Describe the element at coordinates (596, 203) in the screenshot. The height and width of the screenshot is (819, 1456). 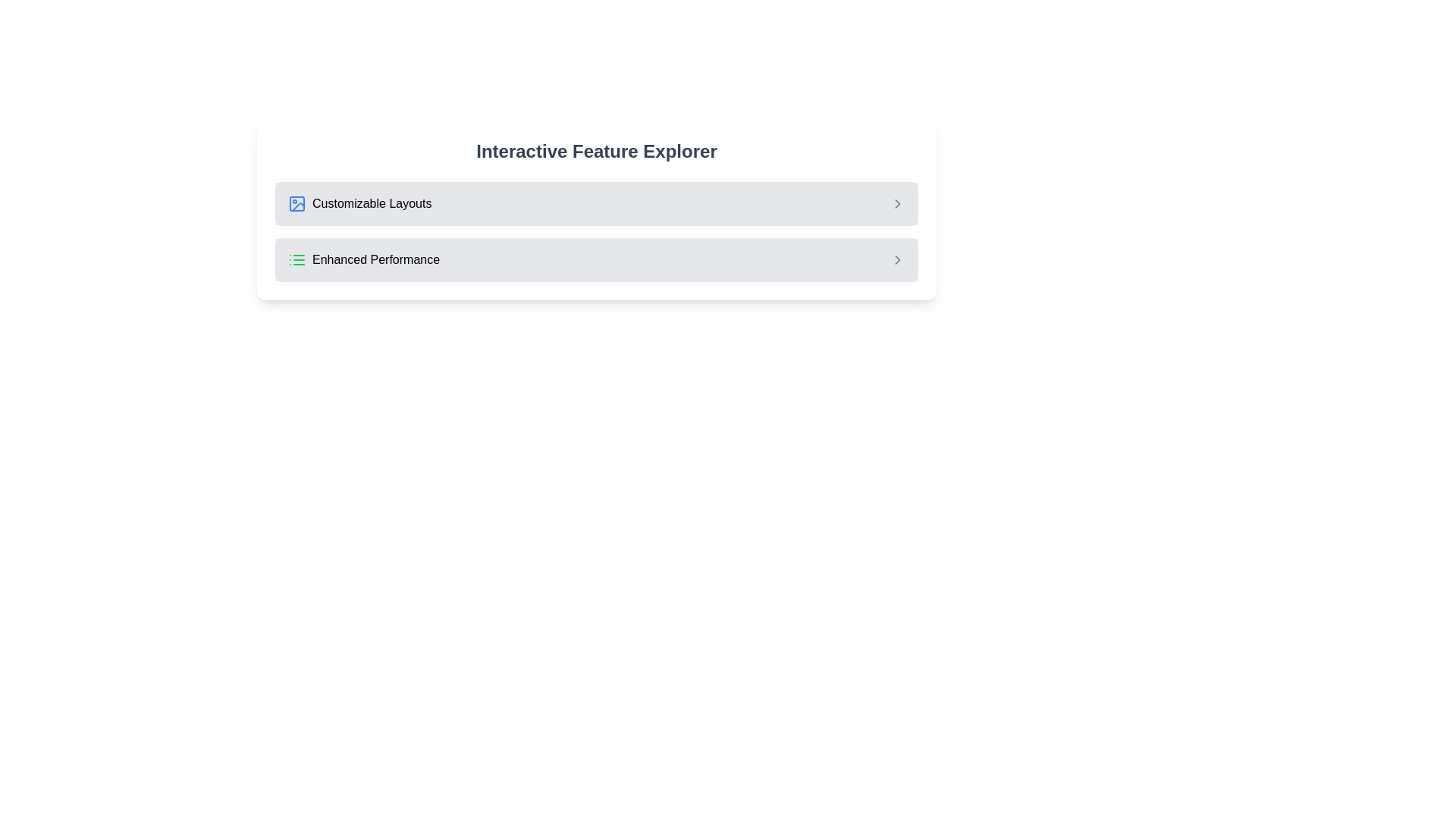
I see `the first clickable button in the 'Interactive Feature Explorer' section` at that location.